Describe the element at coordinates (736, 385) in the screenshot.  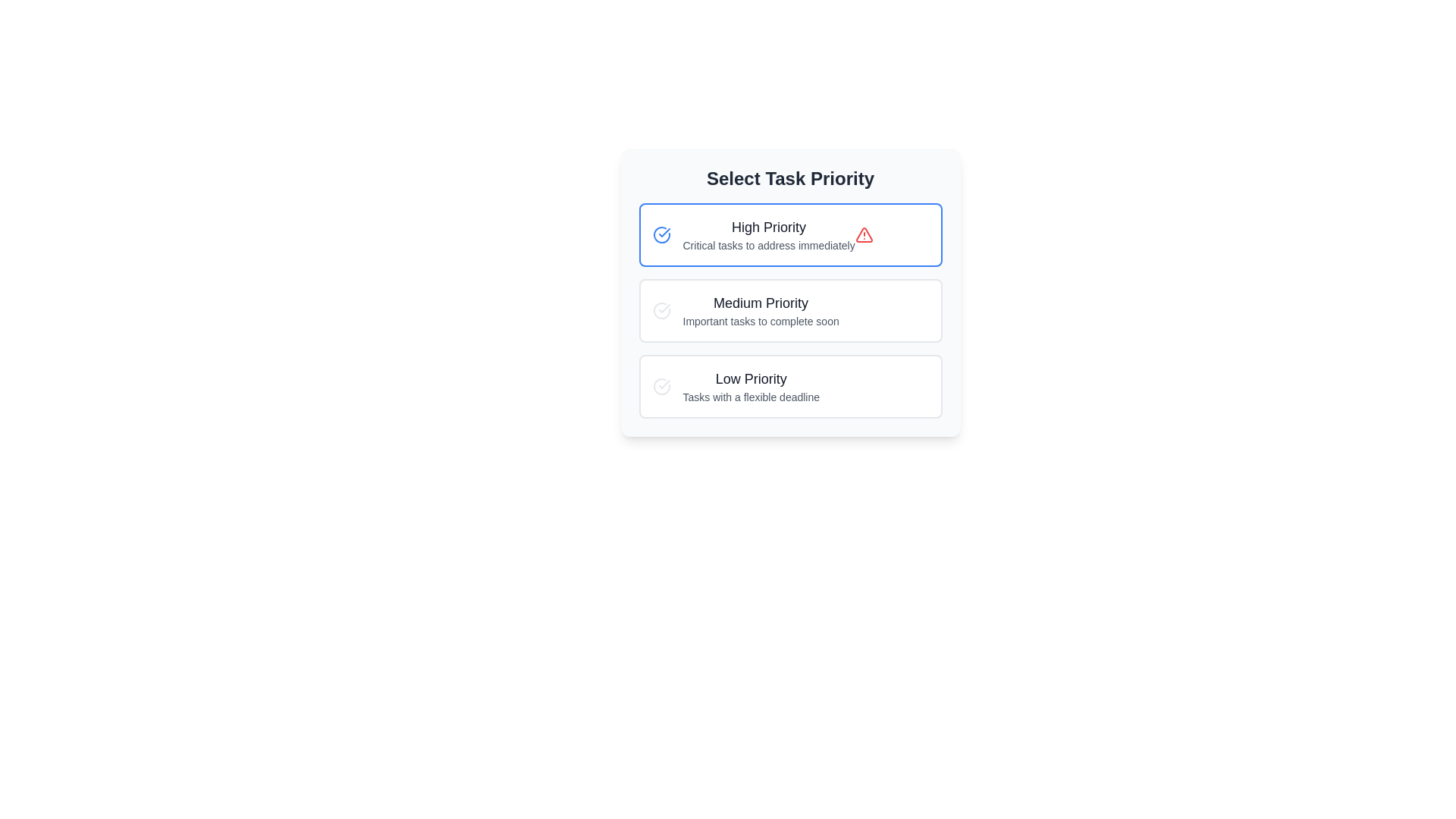
I see `the 'Low Priority' selectable option located in the bottom row of the task priority selection interface to assign a flexible deadline to a task` at that location.